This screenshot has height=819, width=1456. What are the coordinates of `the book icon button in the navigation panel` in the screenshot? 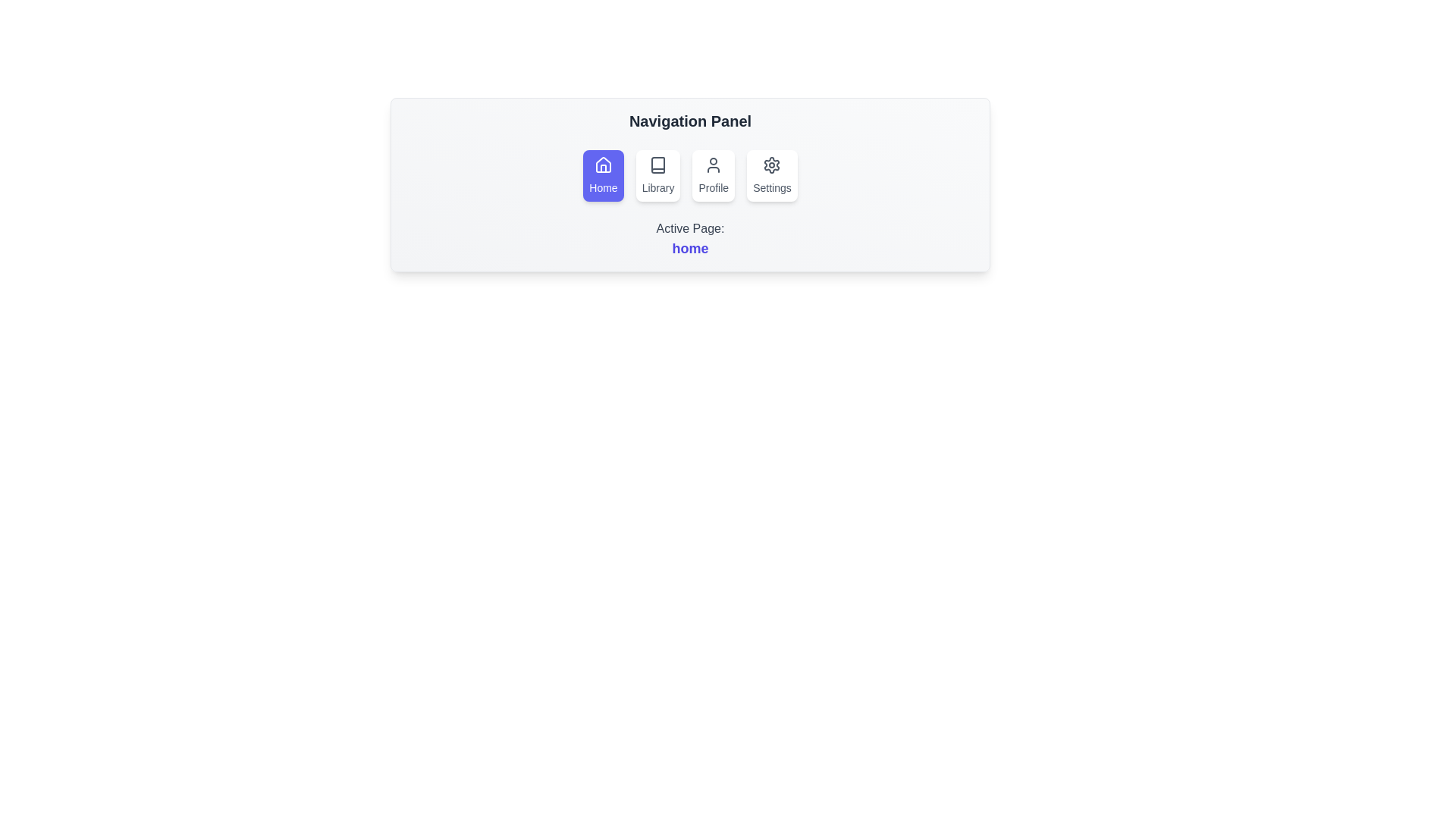 It's located at (658, 165).